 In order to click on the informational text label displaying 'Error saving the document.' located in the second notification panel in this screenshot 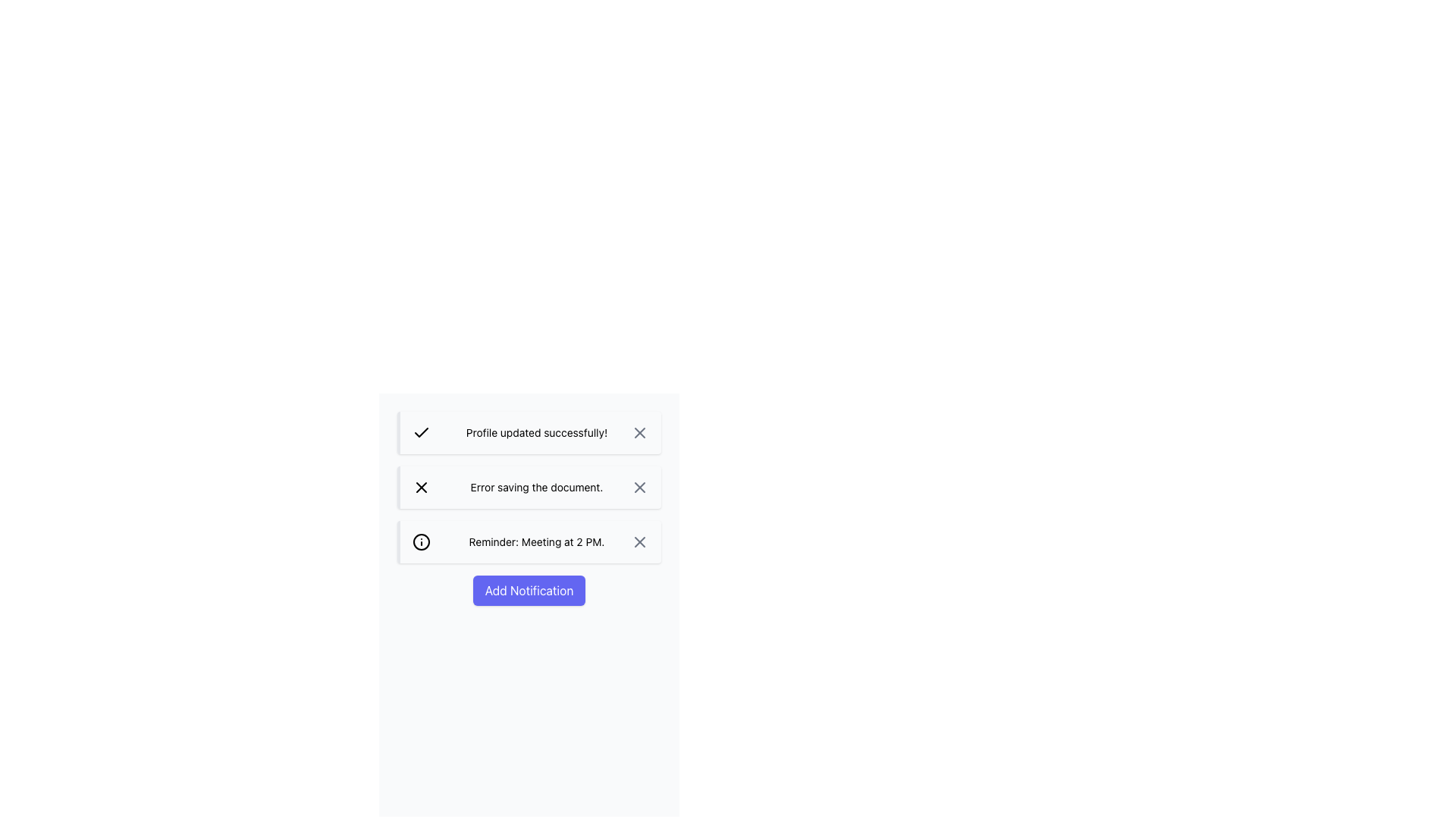, I will do `click(537, 488)`.